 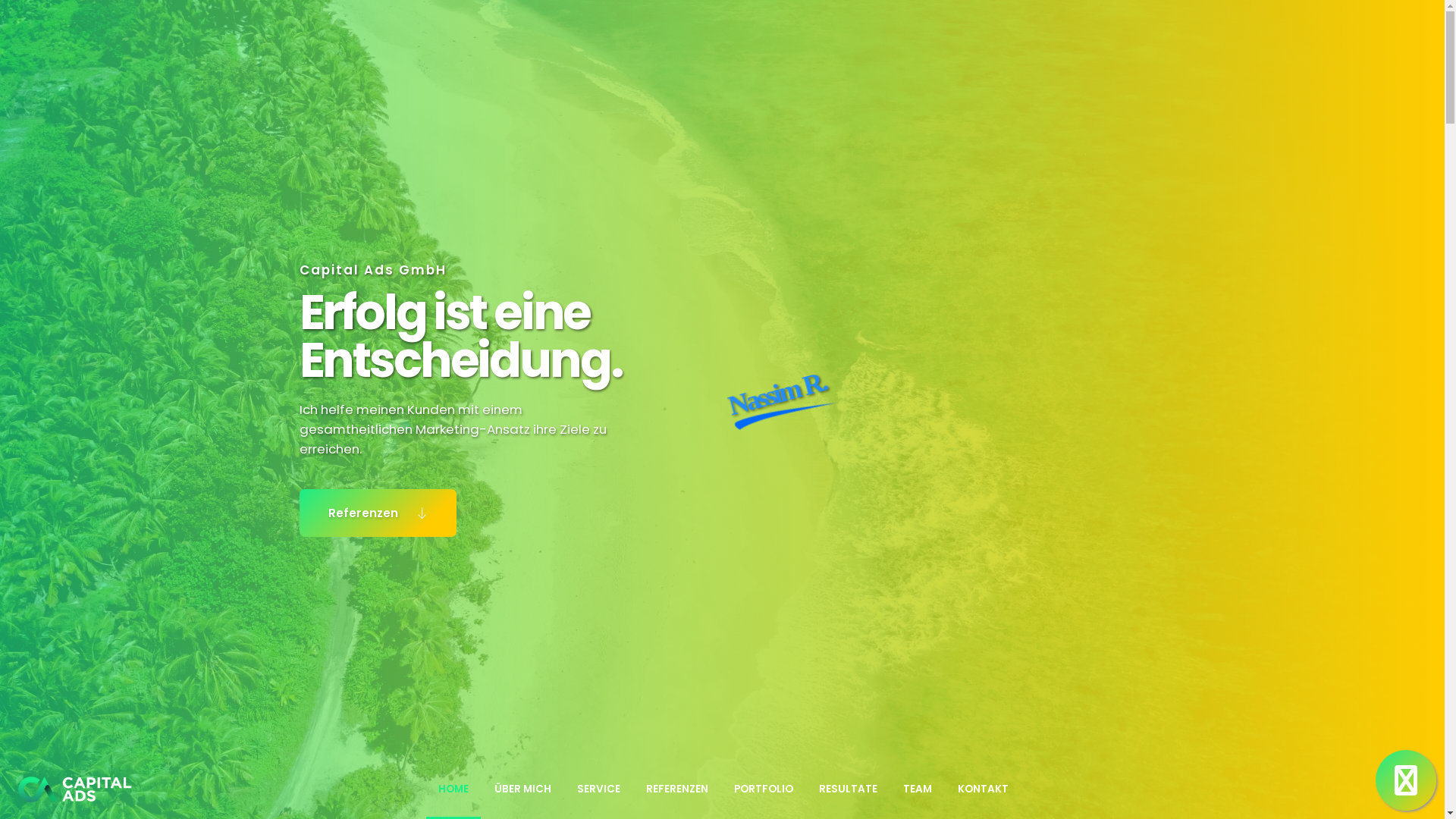 I want to click on 'Referenzen', so click(x=378, y=512).